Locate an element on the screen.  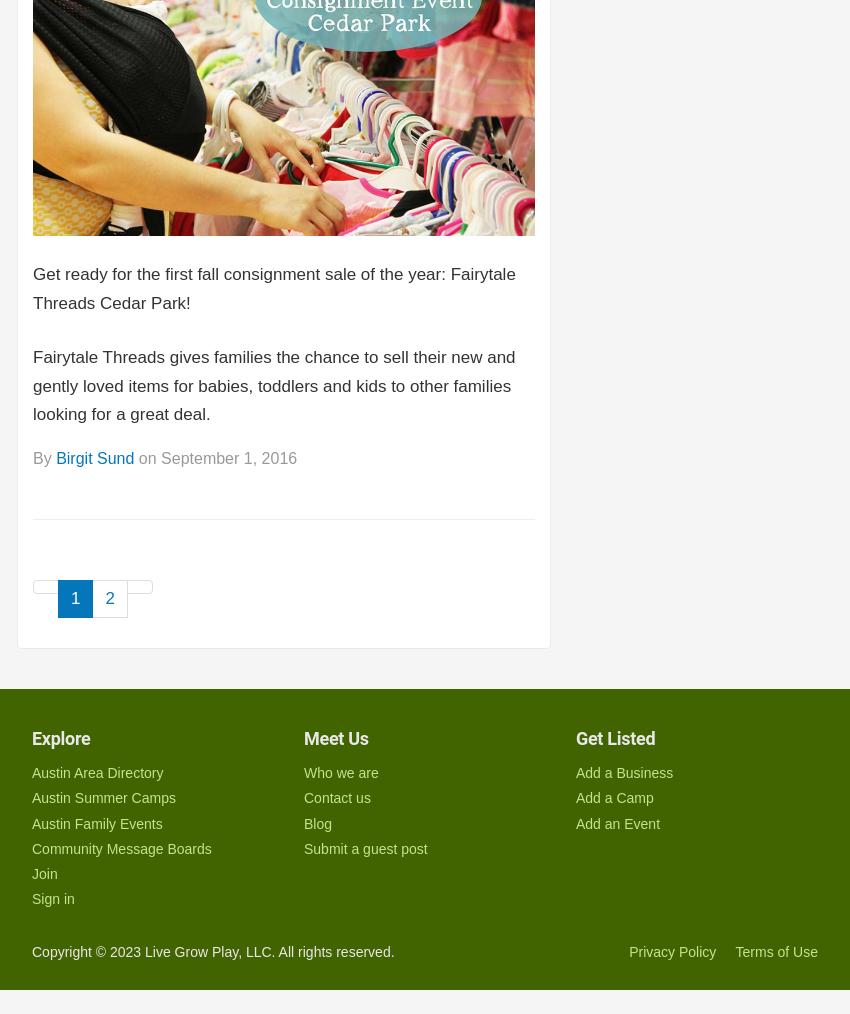
'Community Message Boards' is located at coordinates (120, 847).